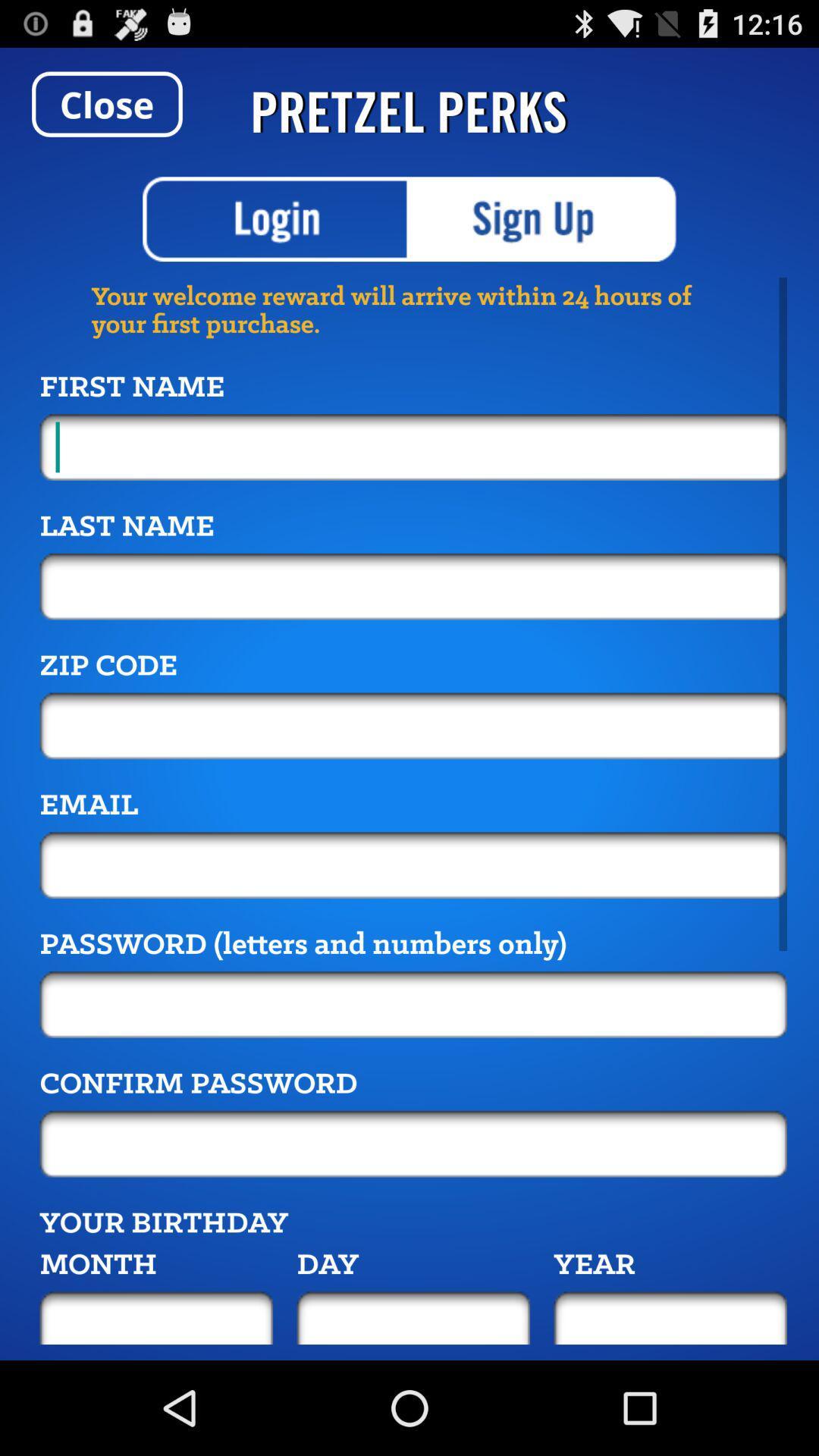 The height and width of the screenshot is (1456, 819). What do you see at coordinates (413, 1004) in the screenshot?
I see `the text field which is below the password letters and numbers only` at bounding box center [413, 1004].